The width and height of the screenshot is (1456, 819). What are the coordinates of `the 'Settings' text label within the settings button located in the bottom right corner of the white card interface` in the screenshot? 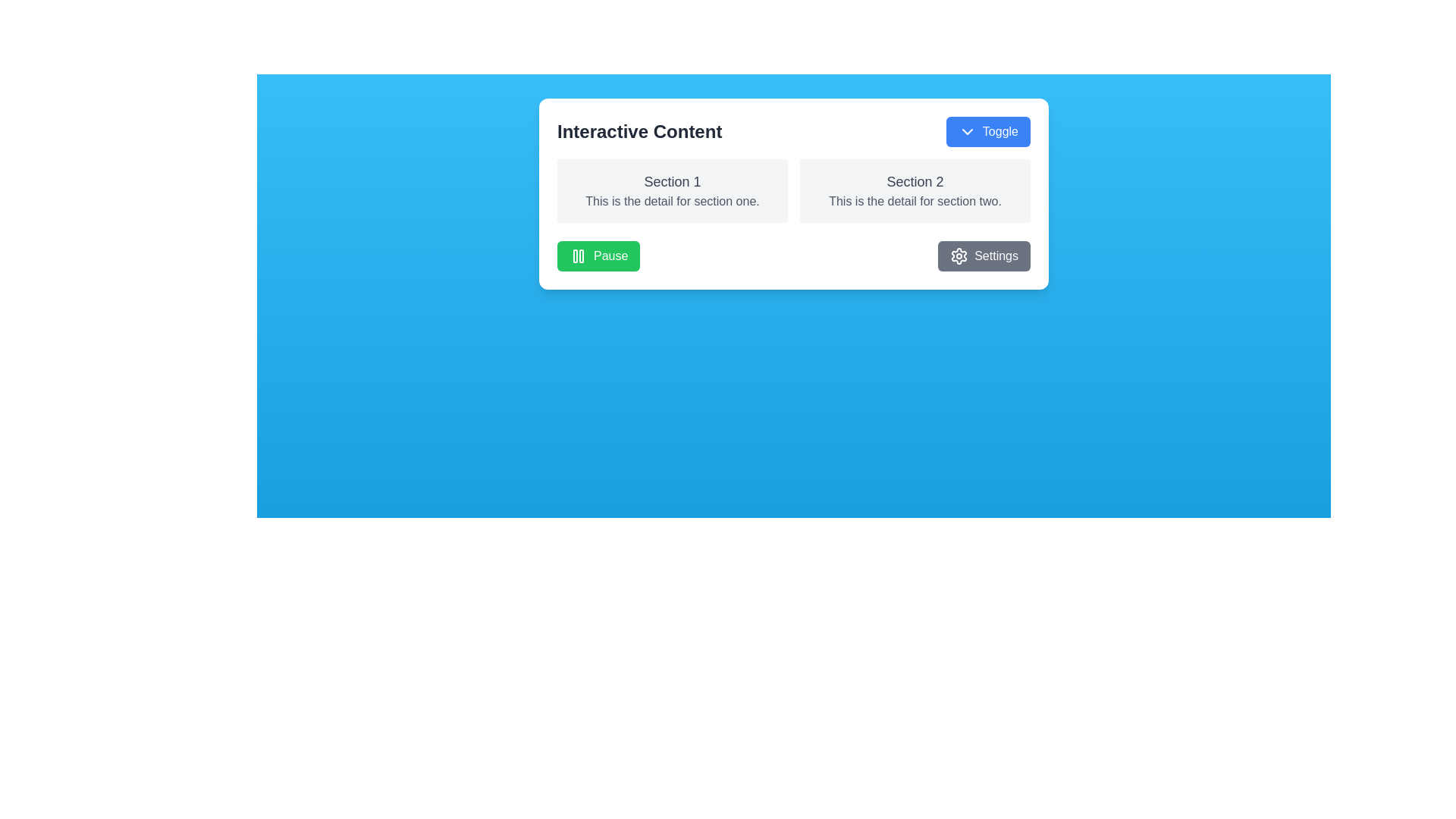 It's located at (996, 256).